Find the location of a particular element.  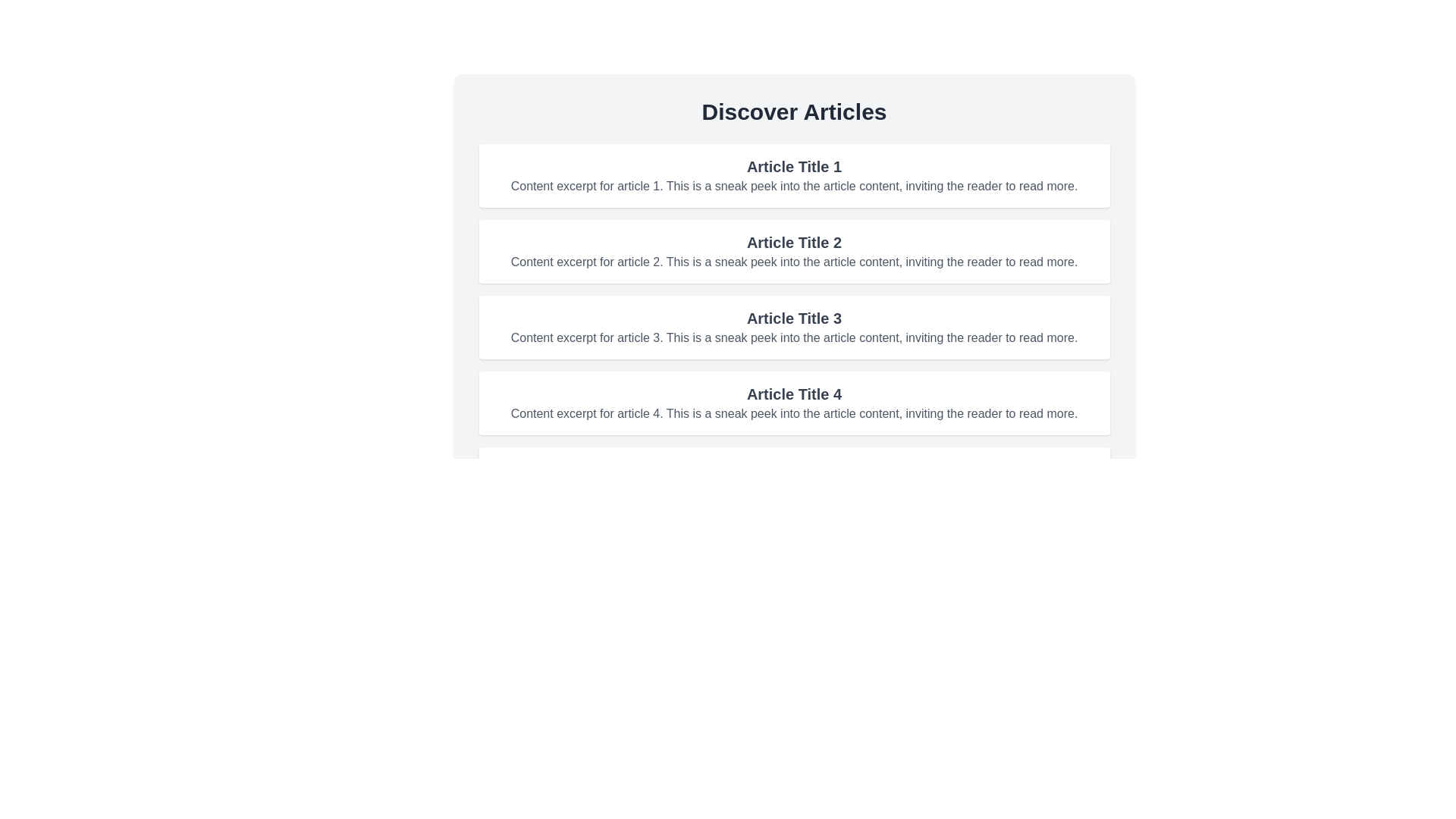

the text element located in the second card below the title 'Article Title 2' is located at coordinates (793, 262).